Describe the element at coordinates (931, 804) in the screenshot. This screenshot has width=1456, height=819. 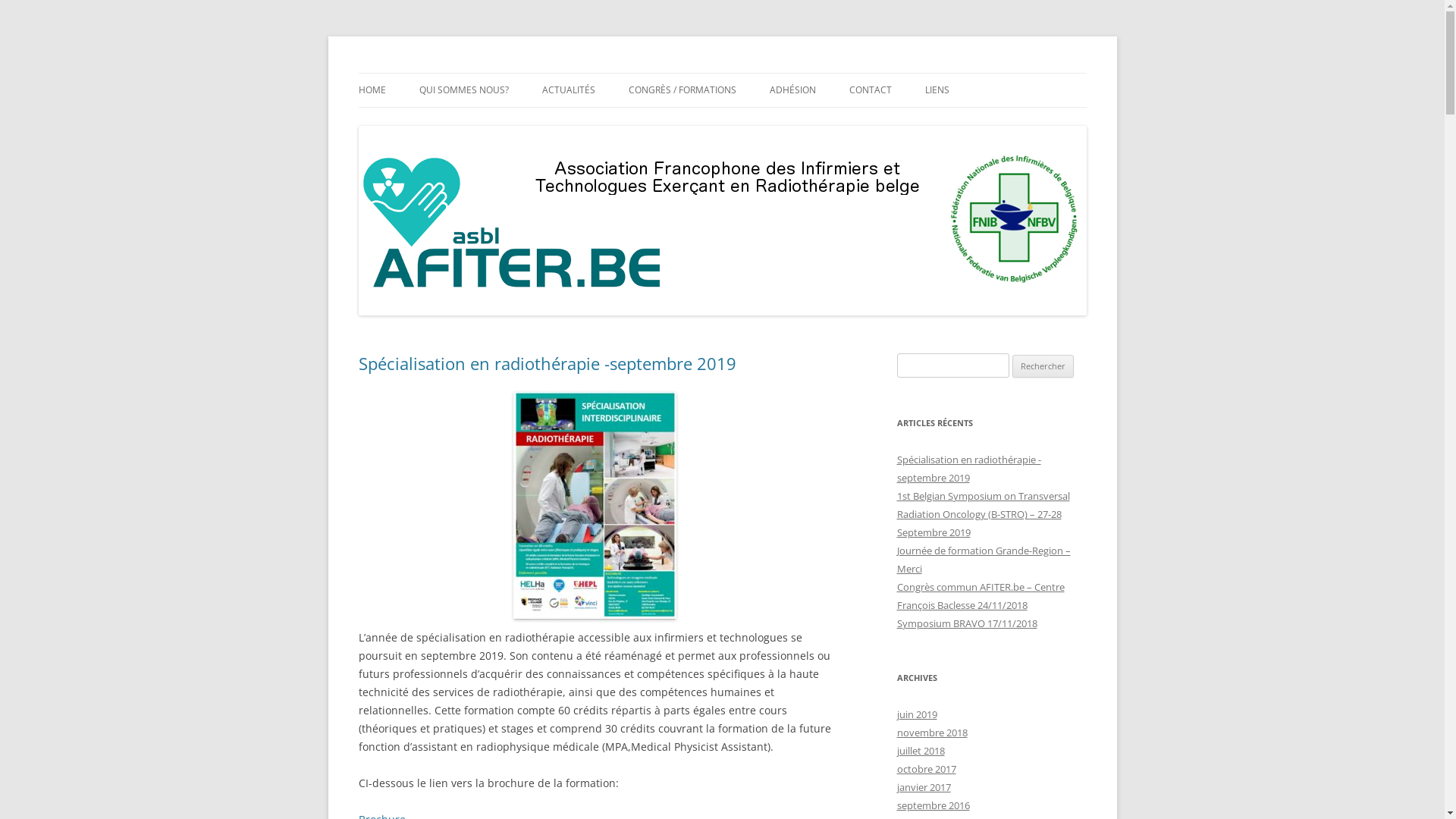
I see `'septembre 2016'` at that location.